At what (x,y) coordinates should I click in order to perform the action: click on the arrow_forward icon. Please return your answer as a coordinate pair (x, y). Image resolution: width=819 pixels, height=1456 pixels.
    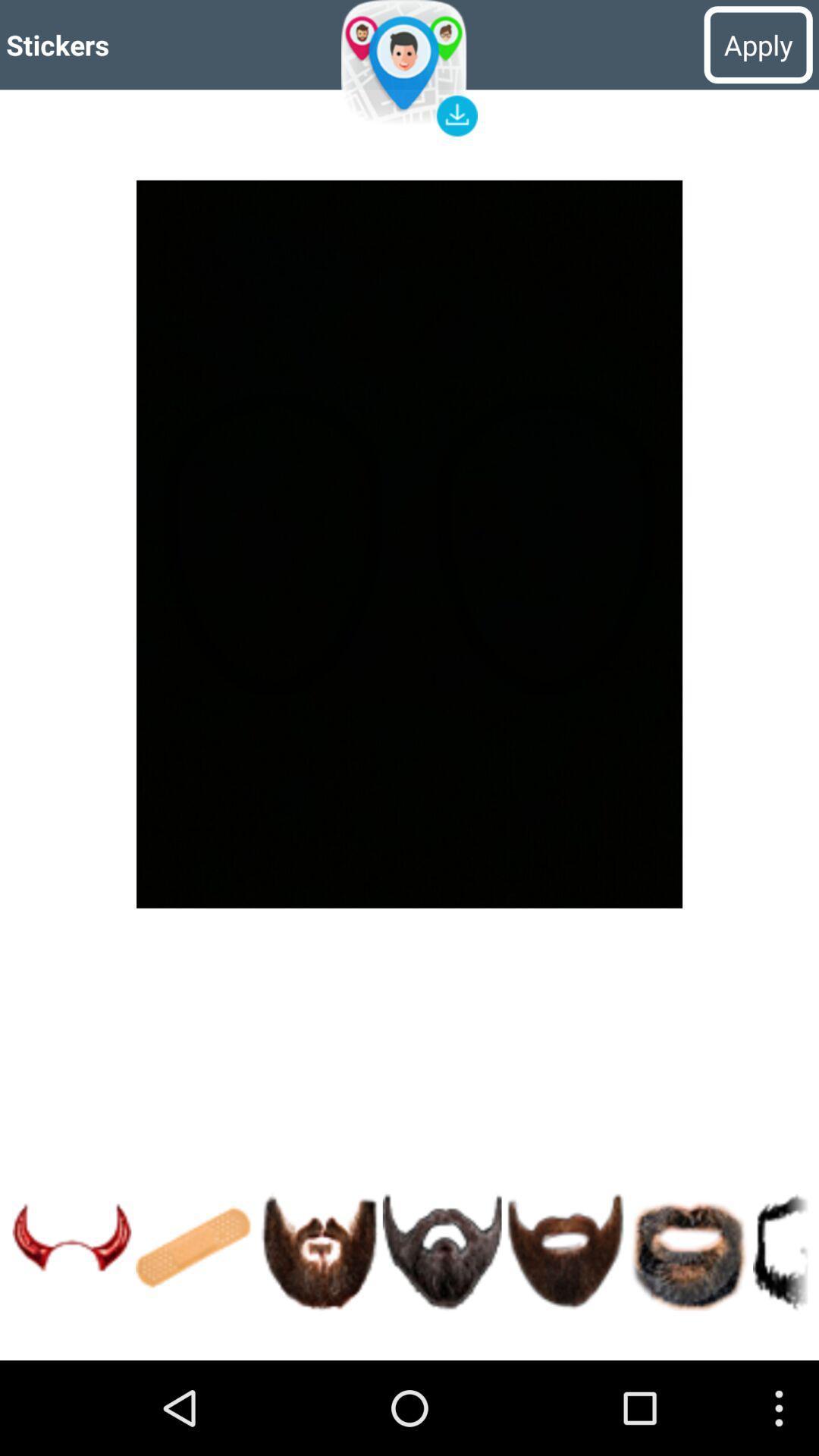
    Looking at the image, I should click on (71, 1339).